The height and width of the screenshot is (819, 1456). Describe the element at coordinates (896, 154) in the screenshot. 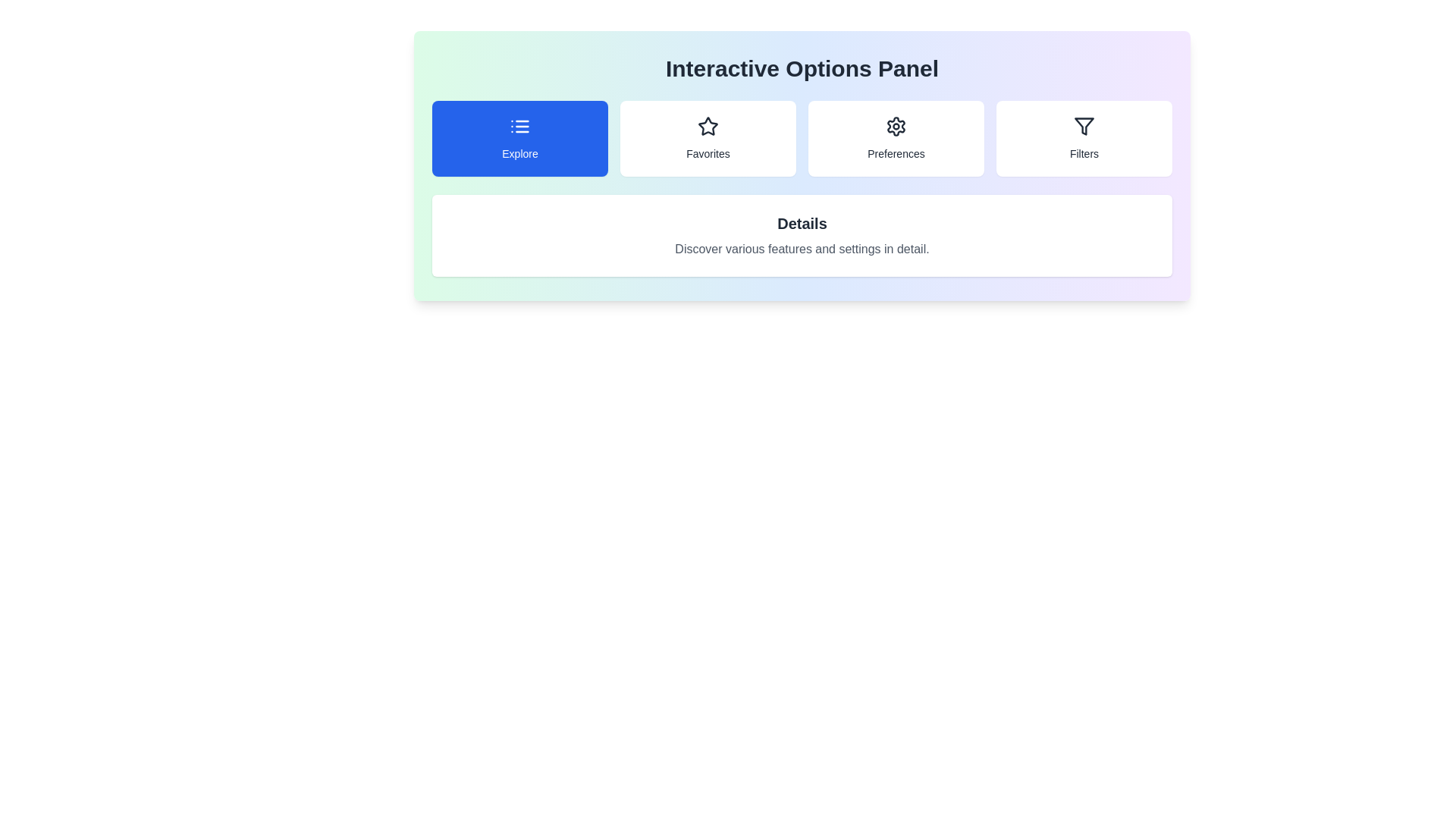

I see `the 'Preferences' label located below the gear icon in the third option box of the horizontal menu` at that location.